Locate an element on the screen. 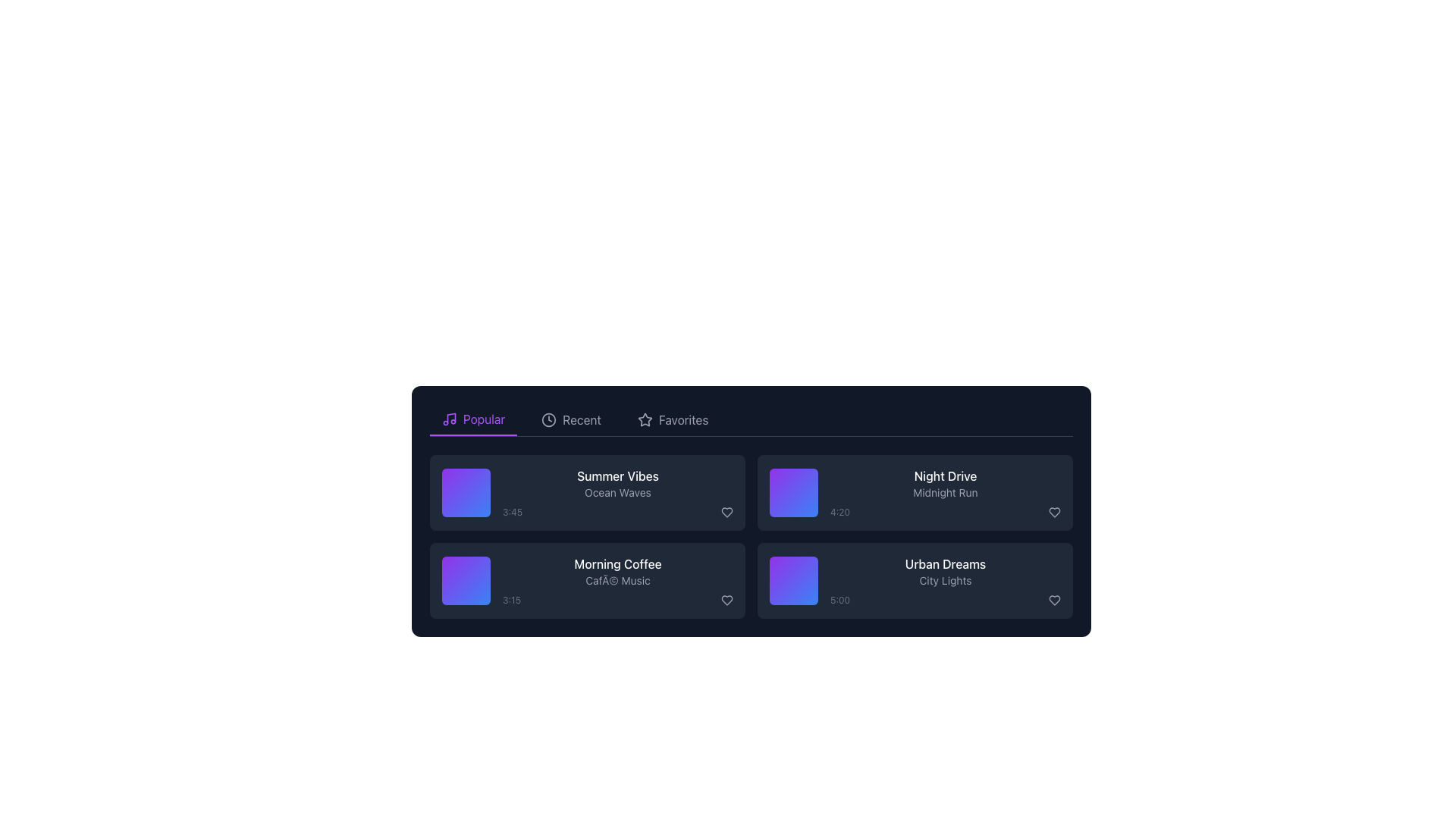  the image tile or button that serves as a visual representation of a media item, located in the bottom-right section of the interface grid is located at coordinates (792, 580).